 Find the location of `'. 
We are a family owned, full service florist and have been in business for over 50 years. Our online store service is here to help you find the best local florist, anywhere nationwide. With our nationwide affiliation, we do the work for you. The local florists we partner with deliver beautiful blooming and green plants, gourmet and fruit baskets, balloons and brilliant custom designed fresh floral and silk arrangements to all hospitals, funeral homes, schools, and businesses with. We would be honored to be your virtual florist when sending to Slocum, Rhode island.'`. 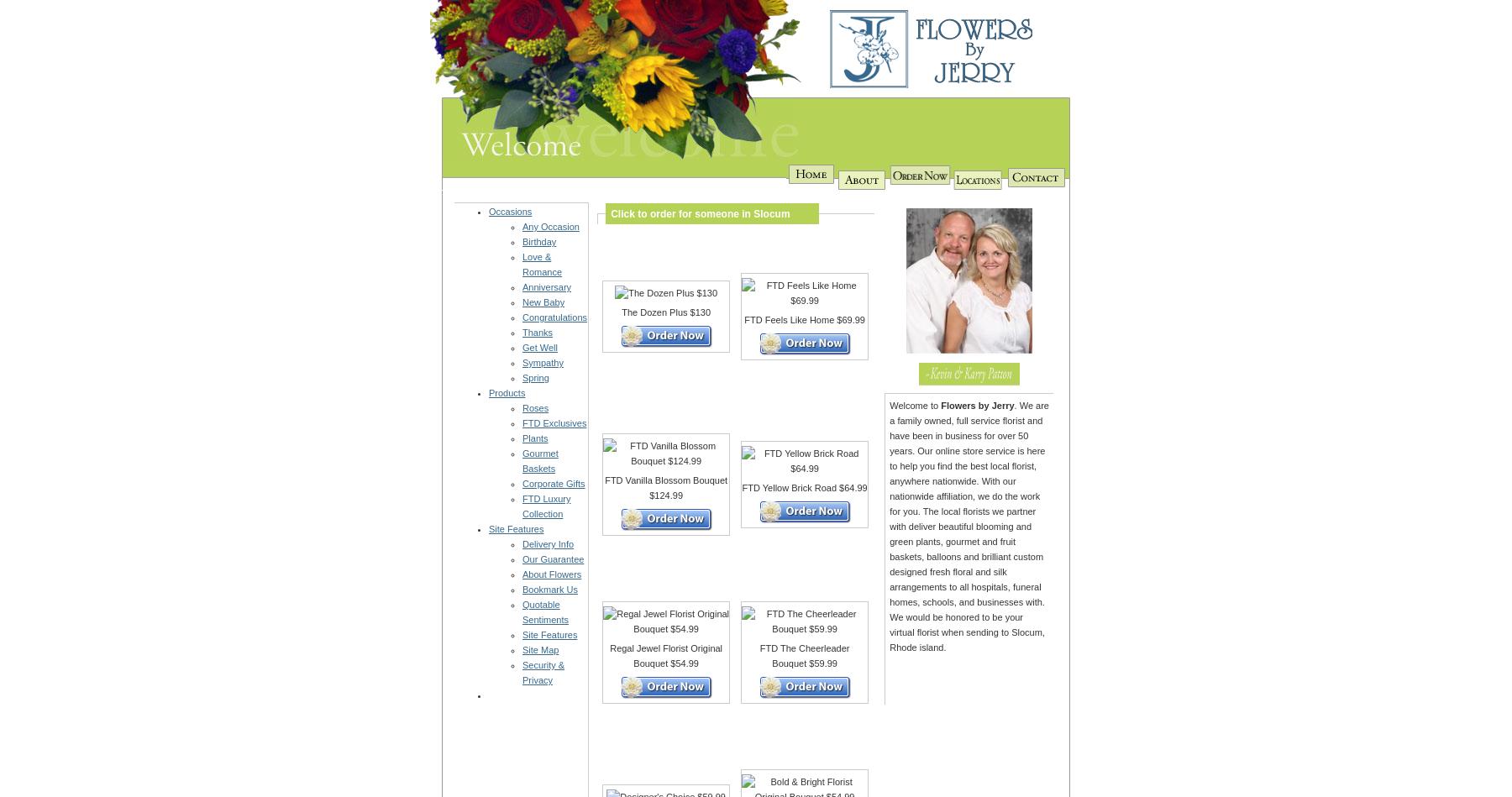

'. 
We are a family owned, full service florist and have been in business for over 50 years. Our online store service is here to help you find the best local florist, anywhere nationwide. With our nationwide affiliation, we do the work for you. The local florists we partner with deliver beautiful blooming and green plants, gourmet and fruit baskets, balloons and brilliant custom designed fresh floral and silk arrangements to all hospitals, funeral homes, schools, and businesses with. We would be honored to be your virtual florist when sending to Slocum, Rhode island.' is located at coordinates (968, 526).